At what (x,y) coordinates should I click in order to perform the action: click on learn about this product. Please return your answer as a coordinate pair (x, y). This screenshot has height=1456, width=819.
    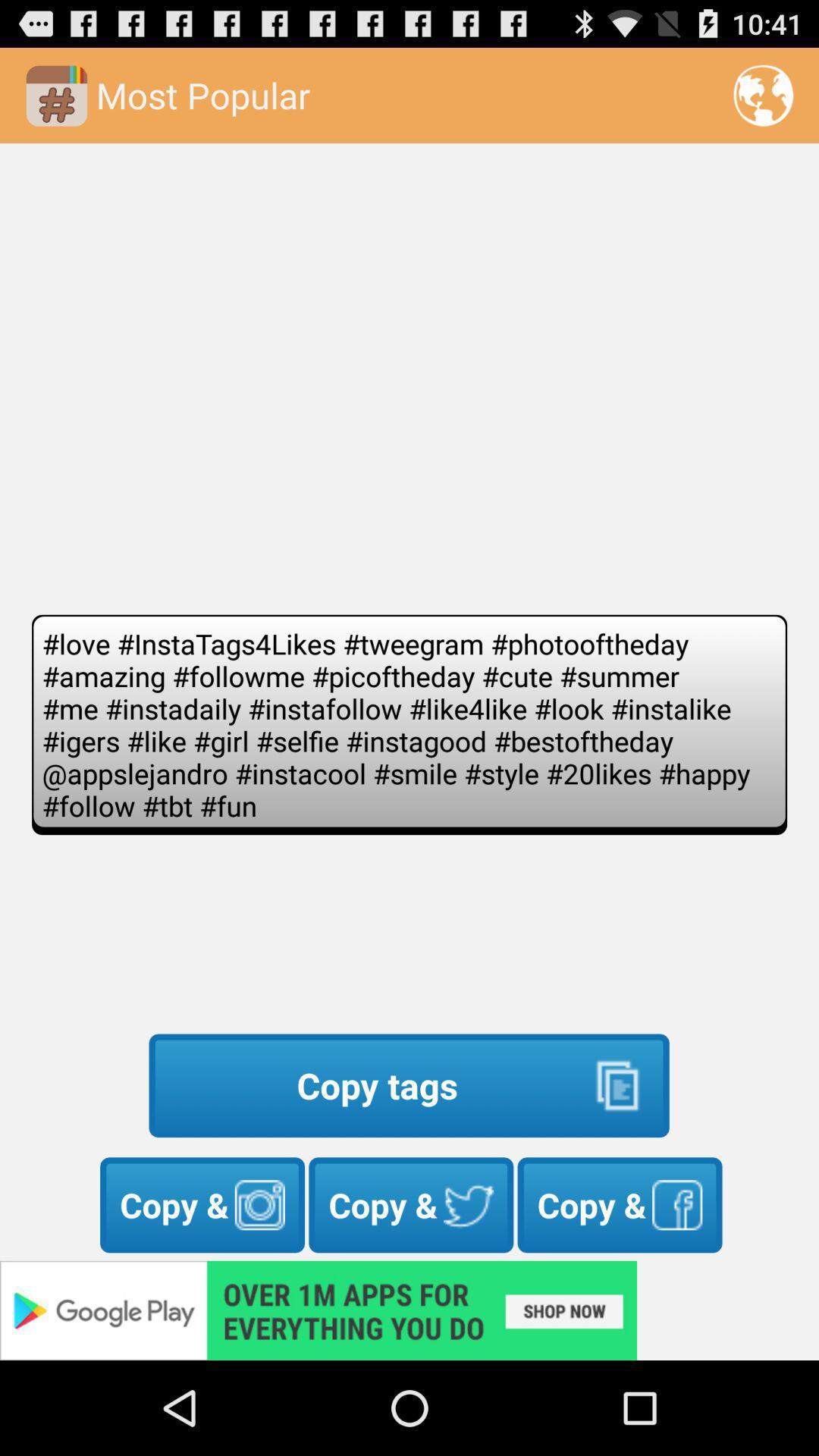
    Looking at the image, I should click on (409, 1310).